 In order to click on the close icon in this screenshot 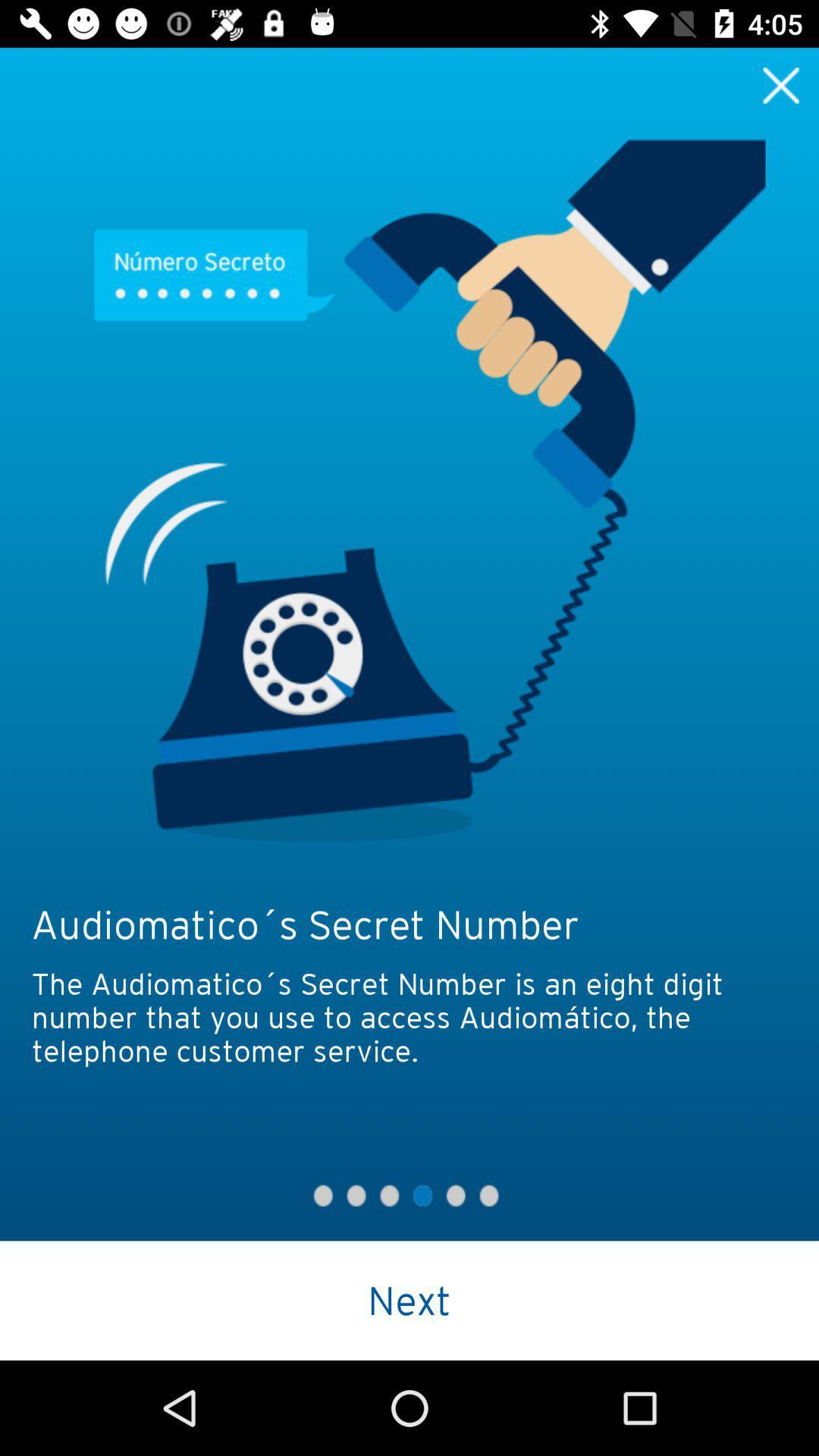, I will do `click(781, 84)`.